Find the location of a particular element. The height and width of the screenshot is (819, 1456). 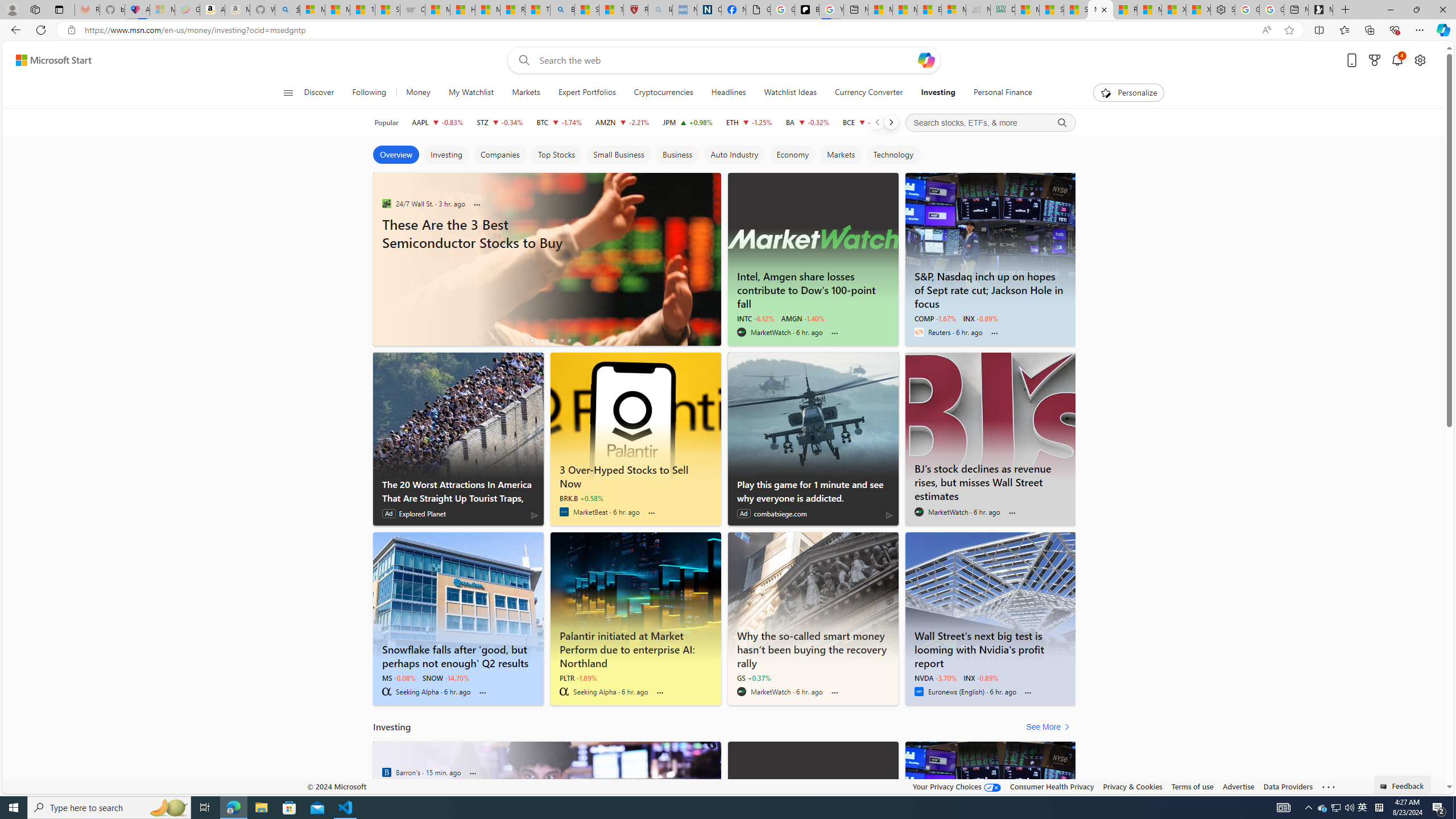

'3 Over-Hyped Stocks to Sell Now - MarketBeat' is located at coordinates (635, 416).